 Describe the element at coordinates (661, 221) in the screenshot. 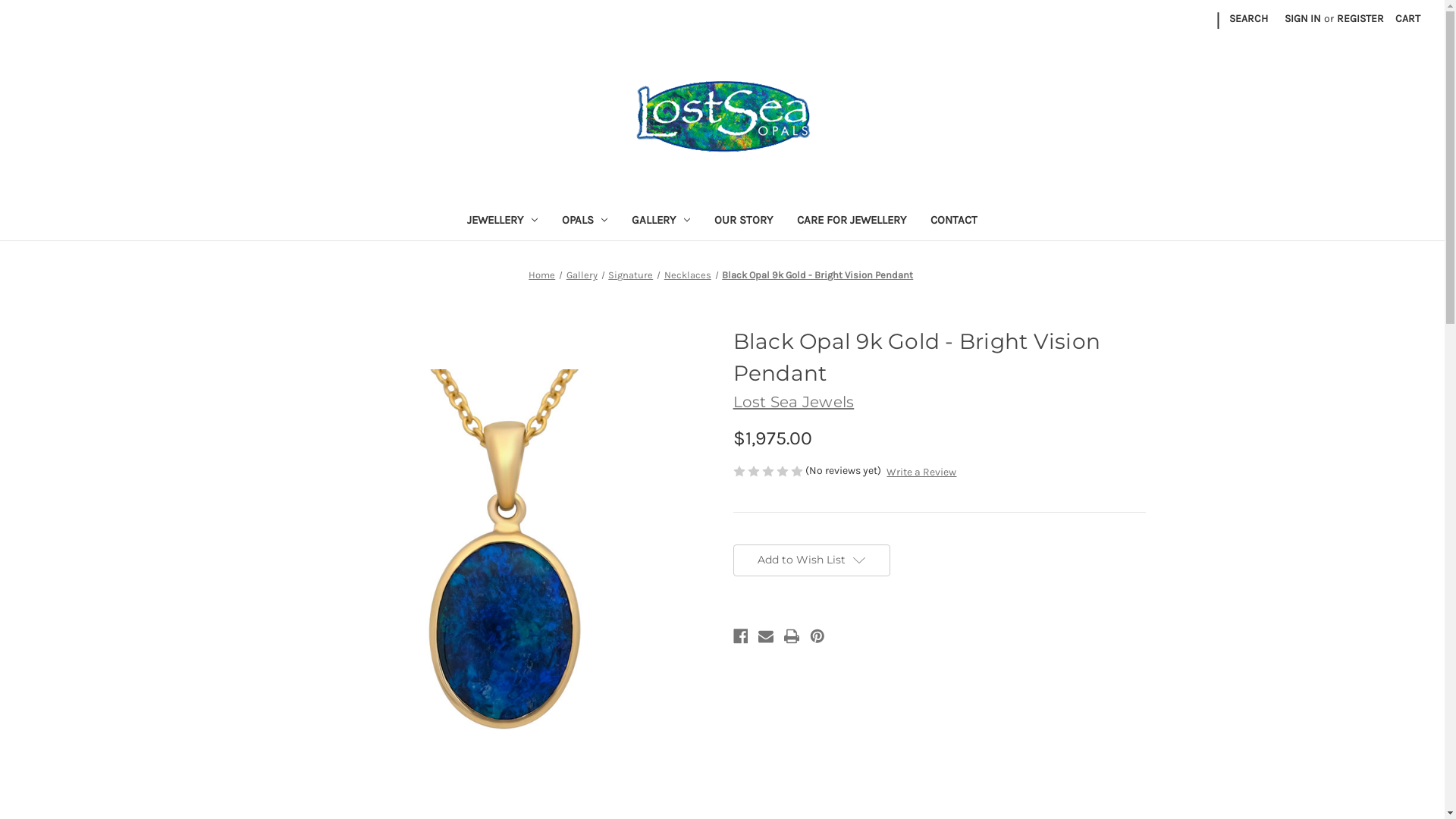

I see `'GALLERY'` at that location.